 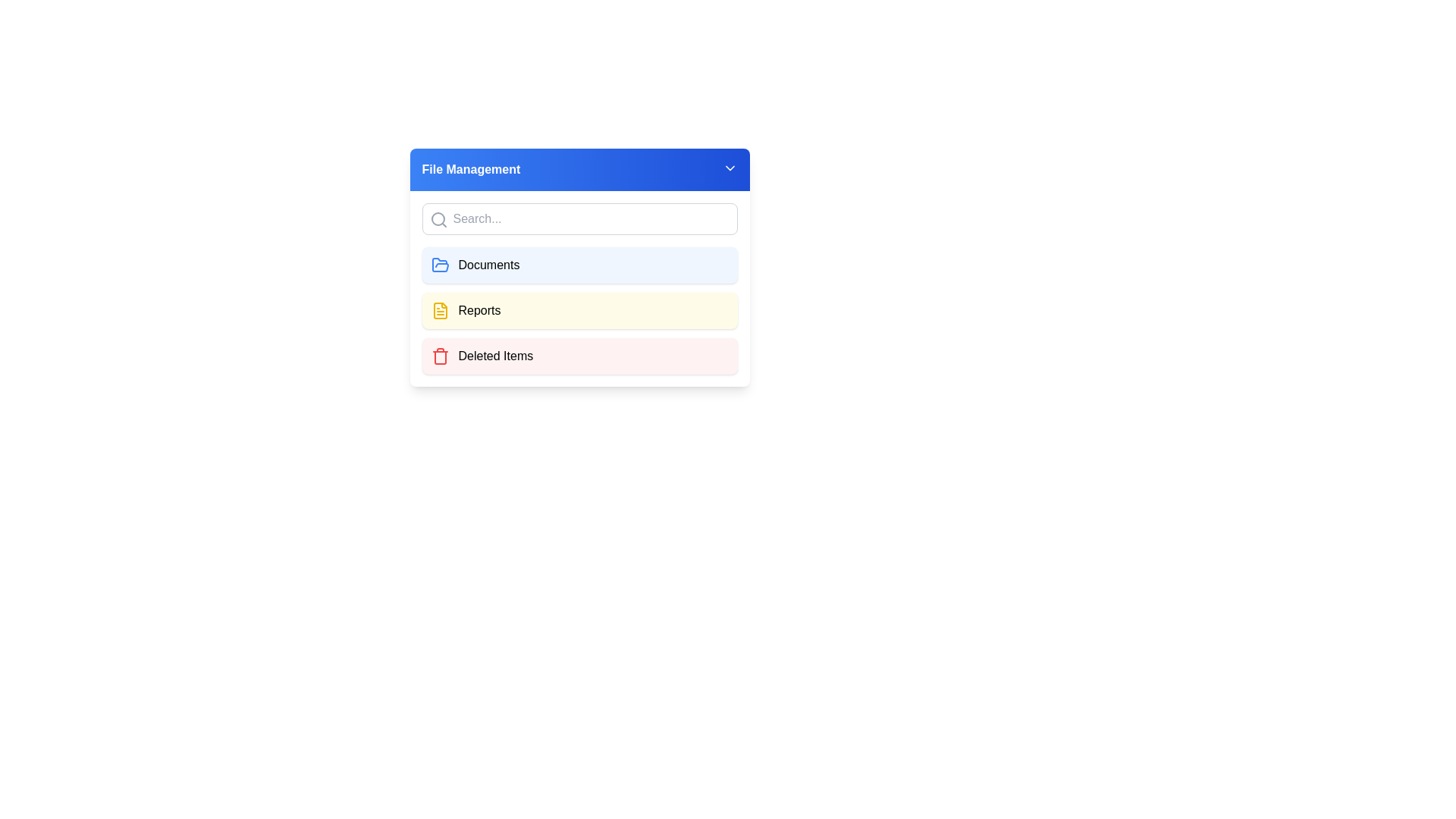 I want to click on the minimalist gray magnifying glass icon located to the left of the search input field to initiate the search, so click(x=438, y=219).